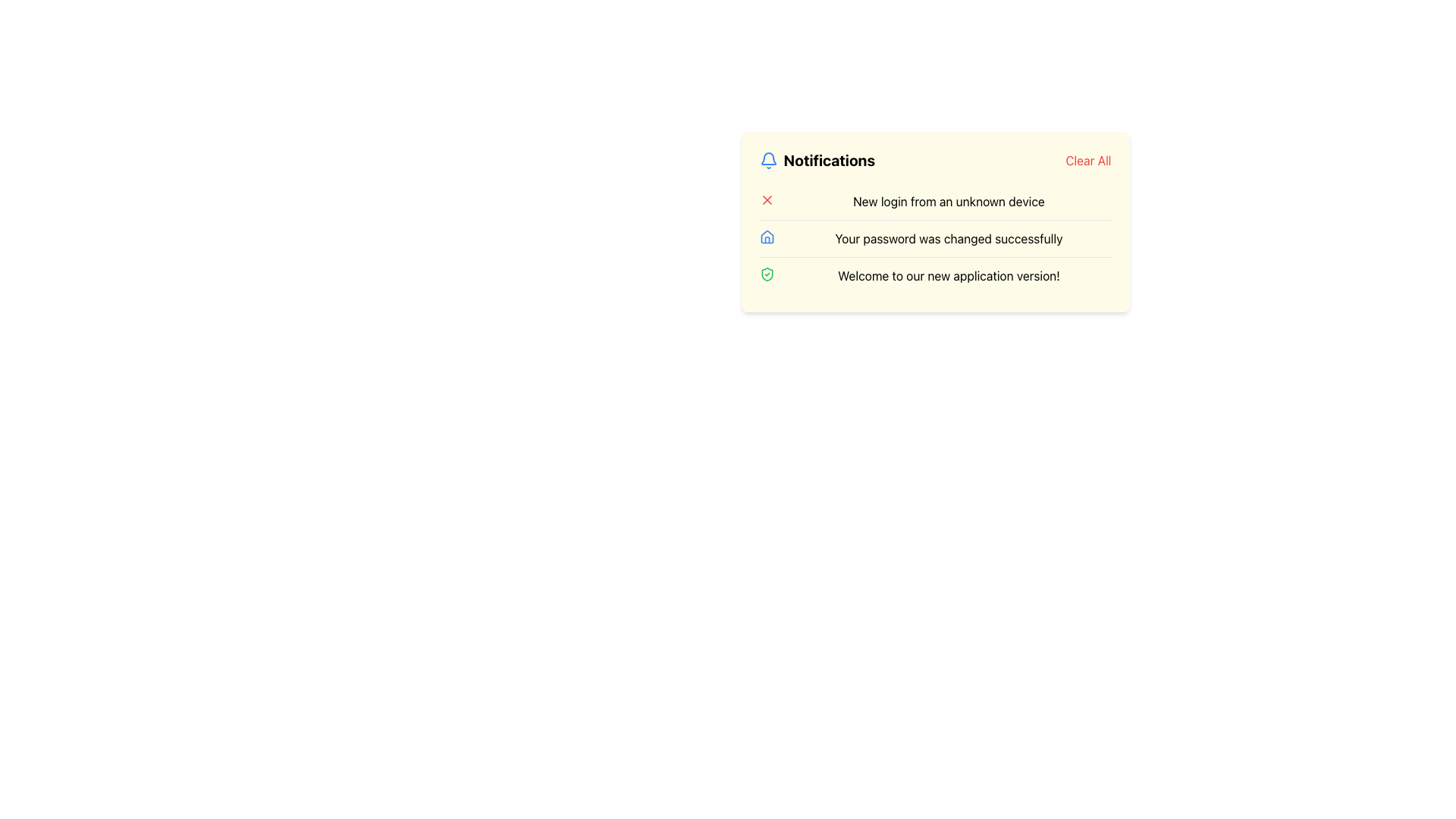  I want to click on the secure status icon located to the left of the password change notification message, so click(767, 275).